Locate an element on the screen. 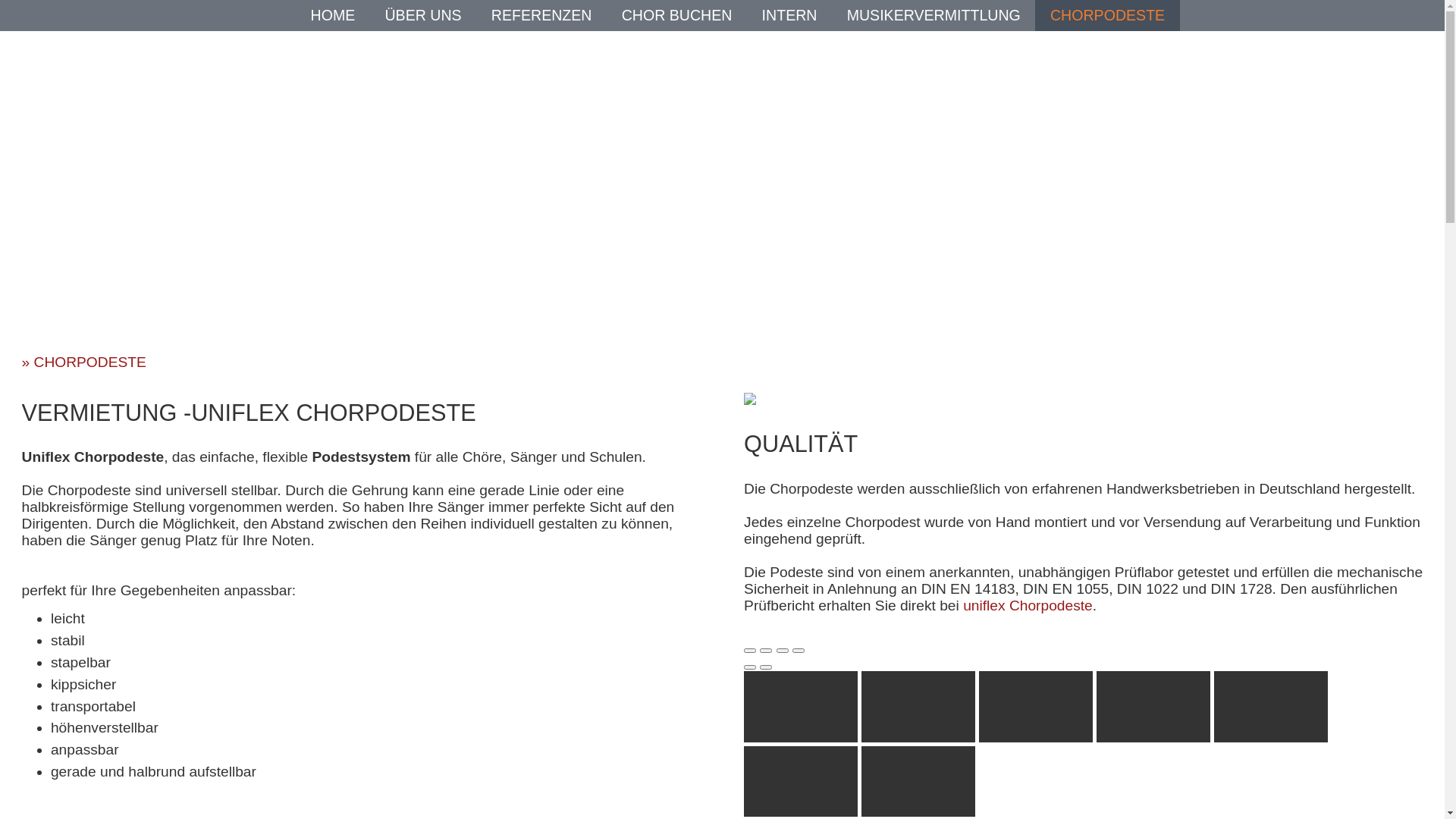  'Zoom in/out' is located at coordinates (797, 649).